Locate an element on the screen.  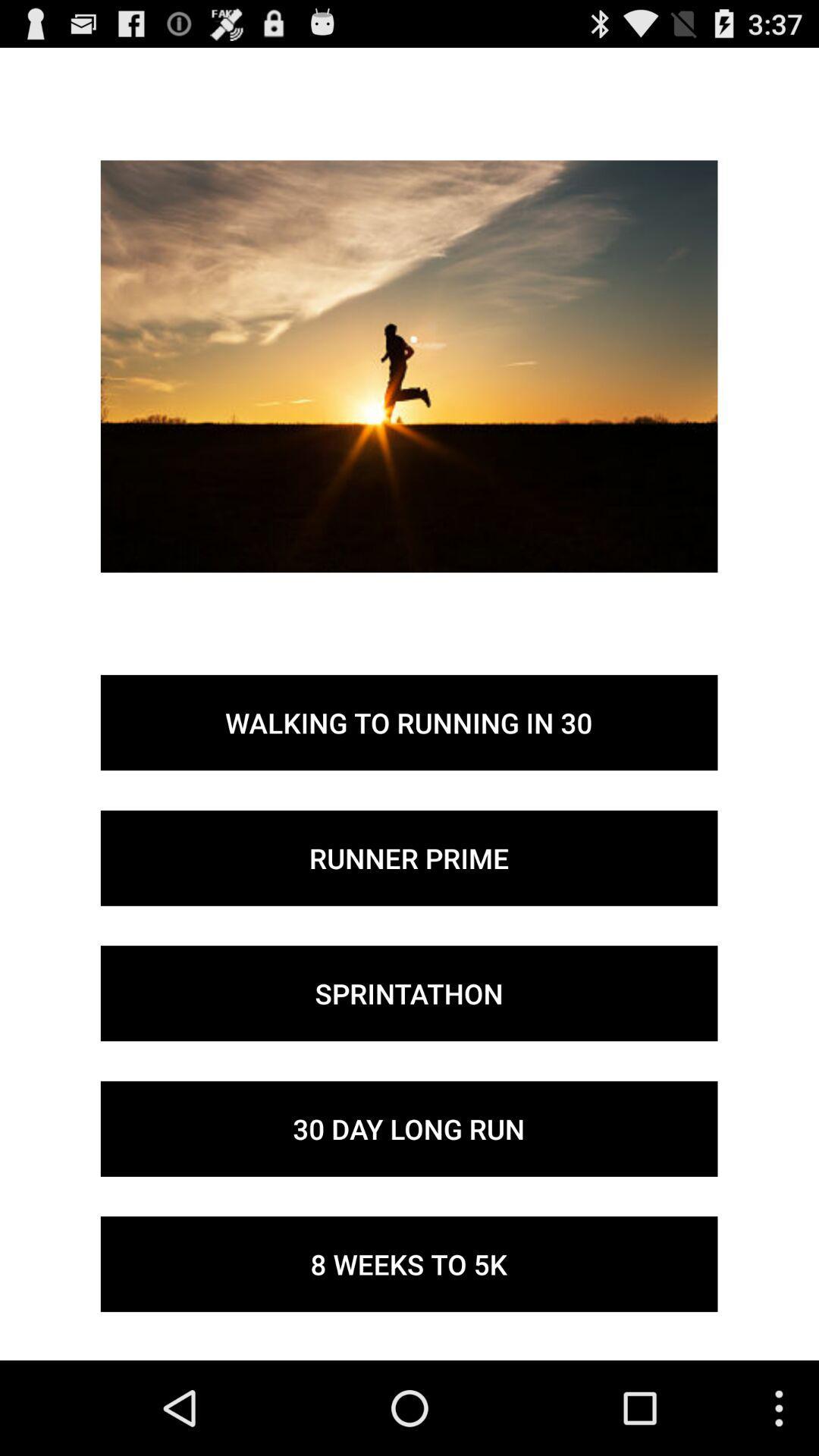
the 8 weeks to button is located at coordinates (408, 1264).